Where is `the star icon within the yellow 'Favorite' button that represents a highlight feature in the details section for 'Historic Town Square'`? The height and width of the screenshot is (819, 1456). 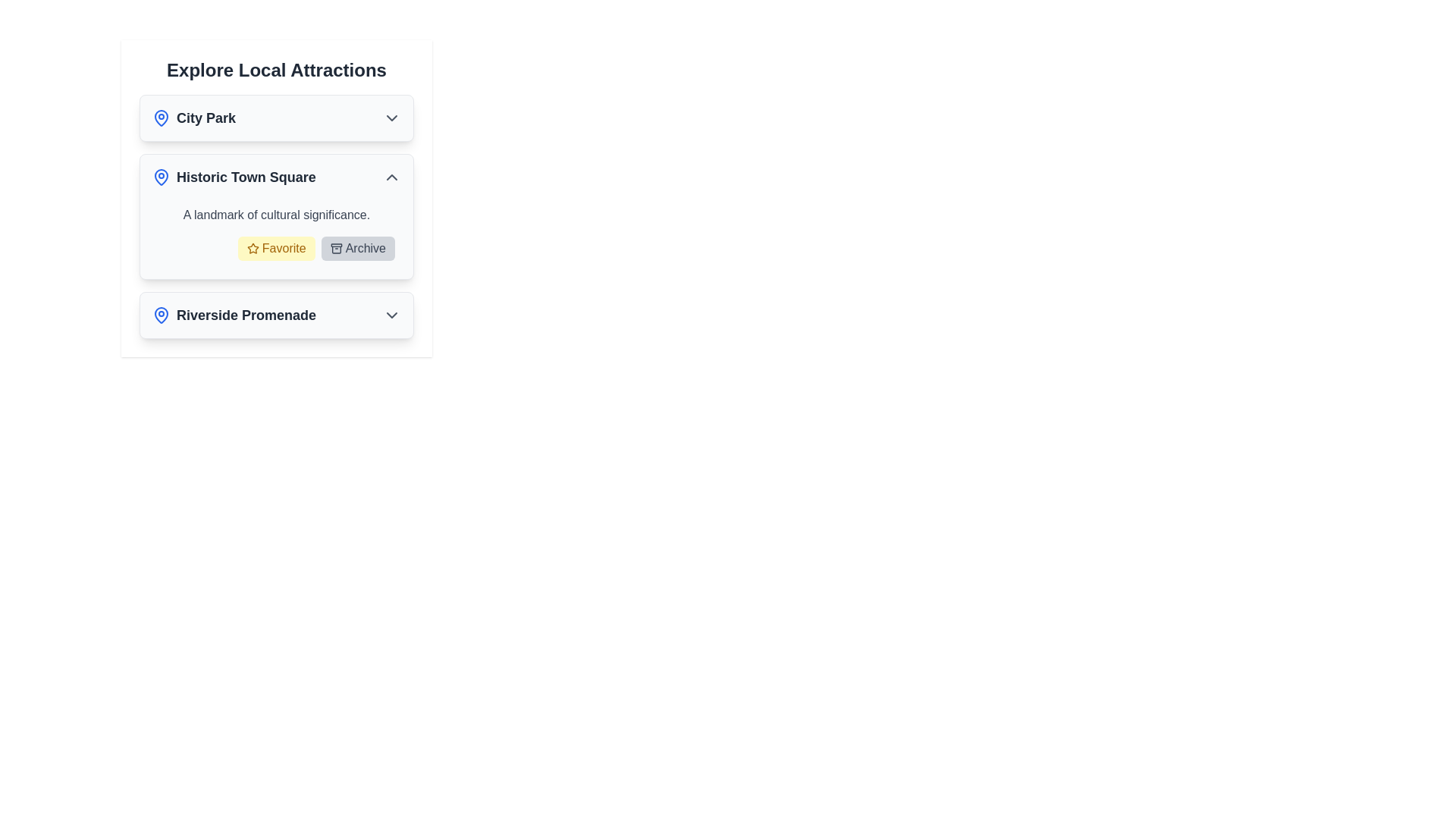 the star icon within the yellow 'Favorite' button that represents a highlight feature in the details section for 'Historic Town Square' is located at coordinates (253, 247).